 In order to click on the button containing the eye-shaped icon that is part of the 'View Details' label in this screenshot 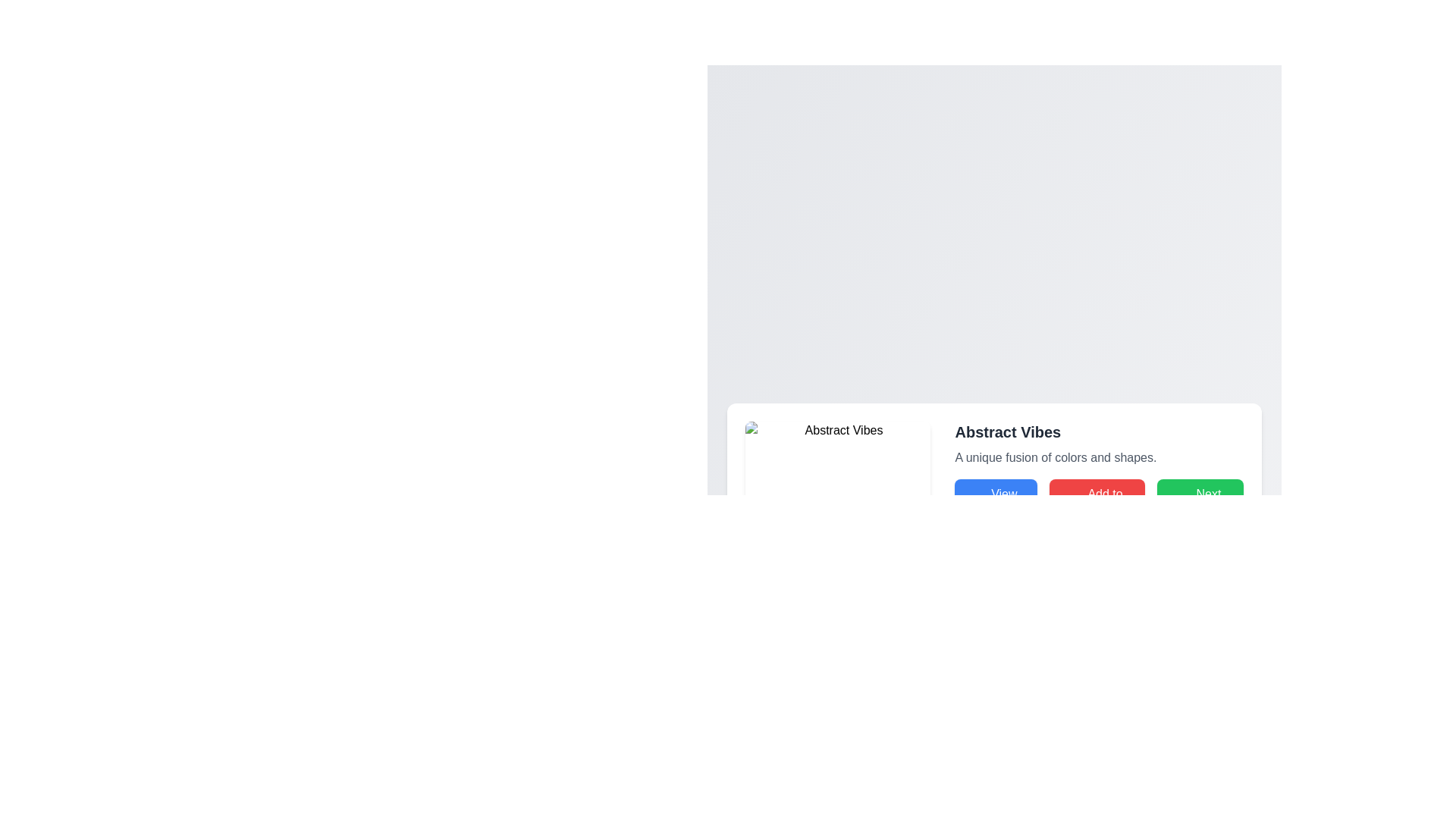, I will do `click(971, 503)`.